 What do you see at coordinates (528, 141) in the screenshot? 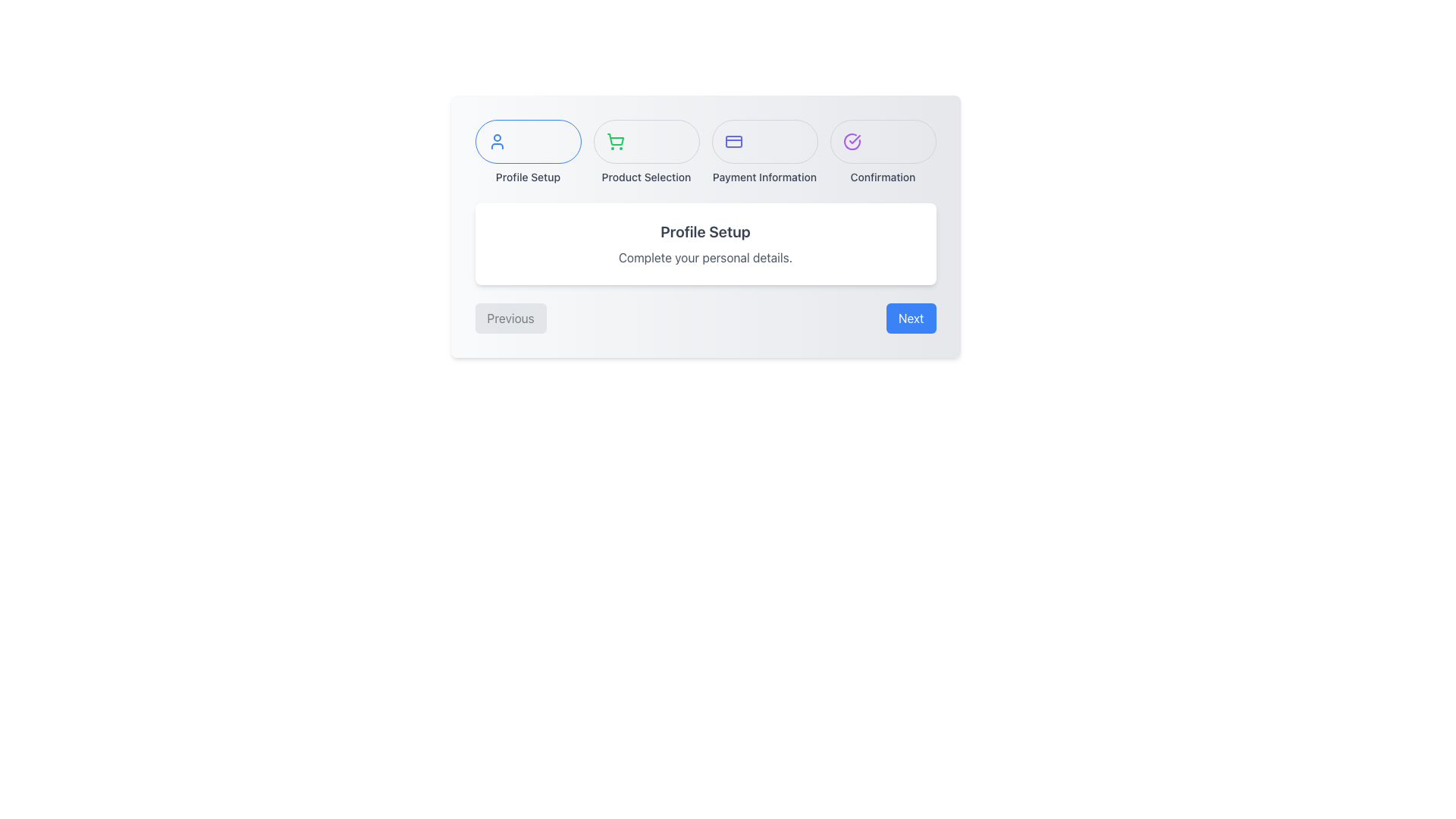
I see `the 'Profile Setup' Icon button` at bounding box center [528, 141].